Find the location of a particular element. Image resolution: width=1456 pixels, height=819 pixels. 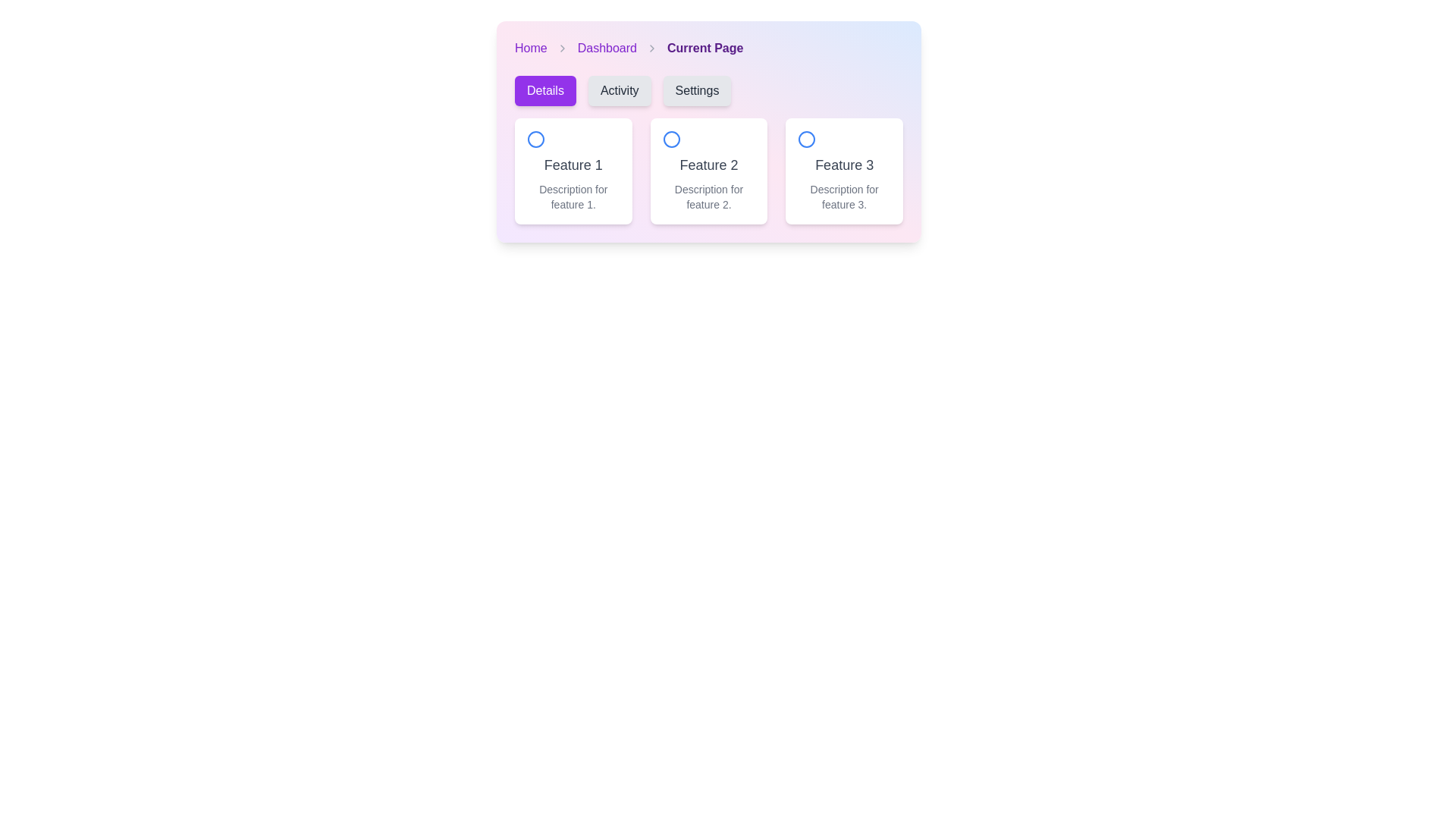

the first hyperlink in the breadcrumb sequence is located at coordinates (531, 48).